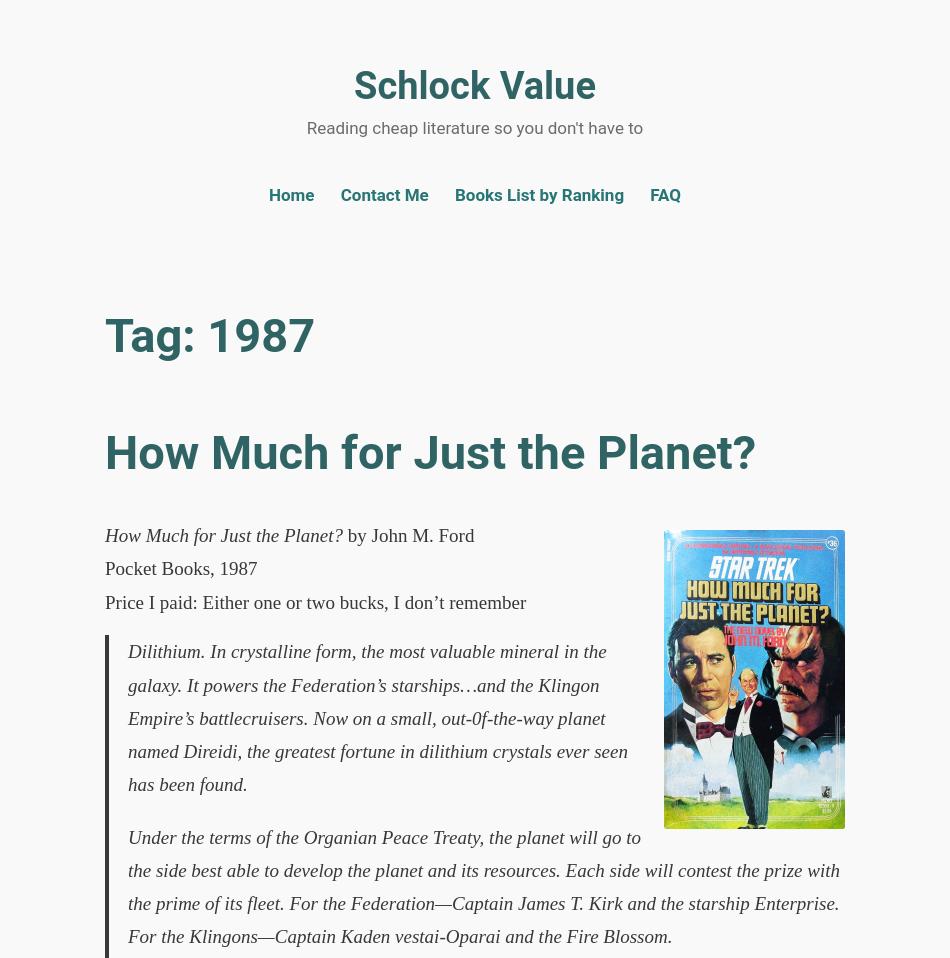  Describe the element at coordinates (155, 334) in the screenshot. I see `'Tag:'` at that location.